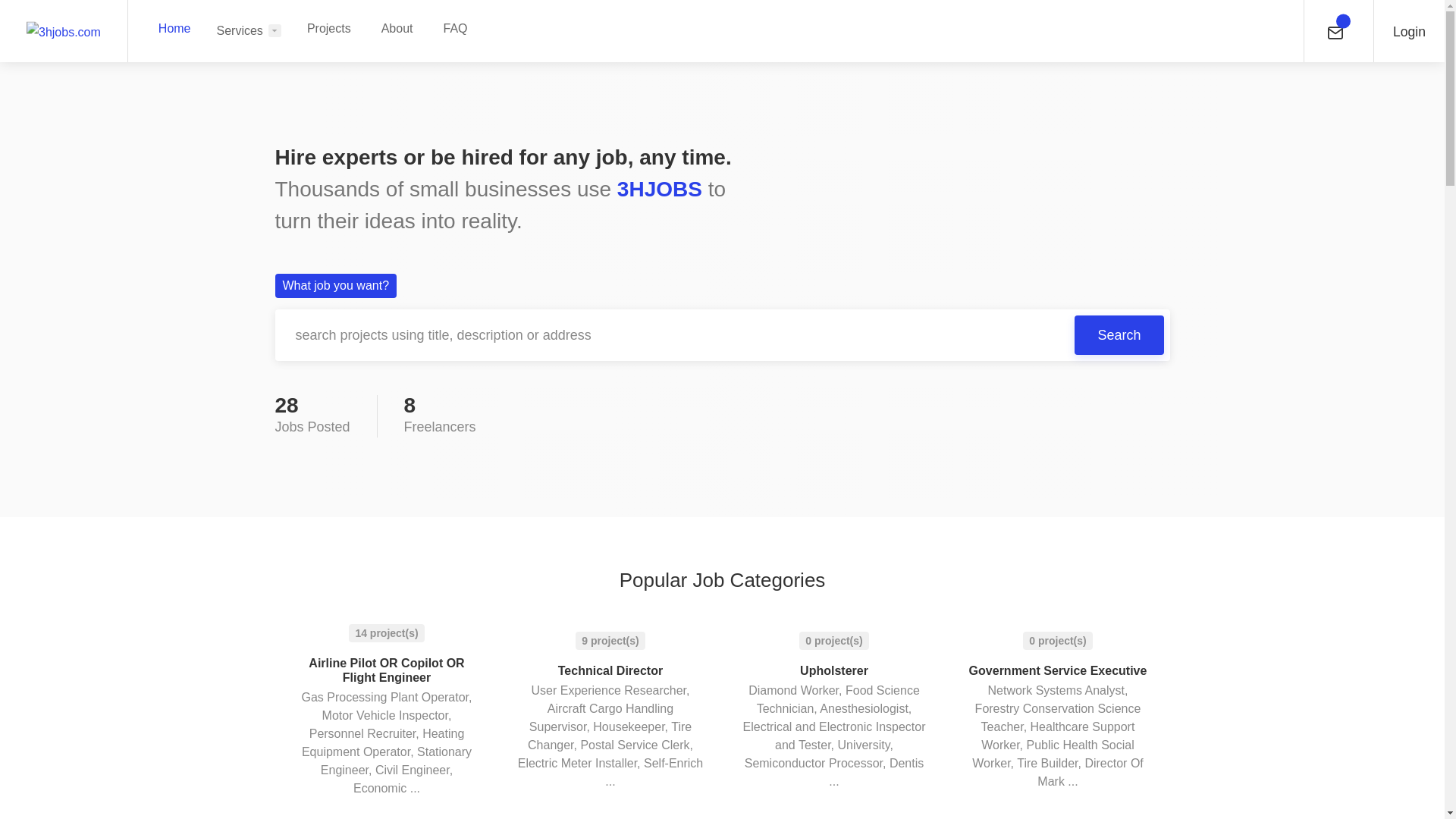  Describe the element at coordinates (174, 28) in the screenshot. I see `'Home'` at that location.